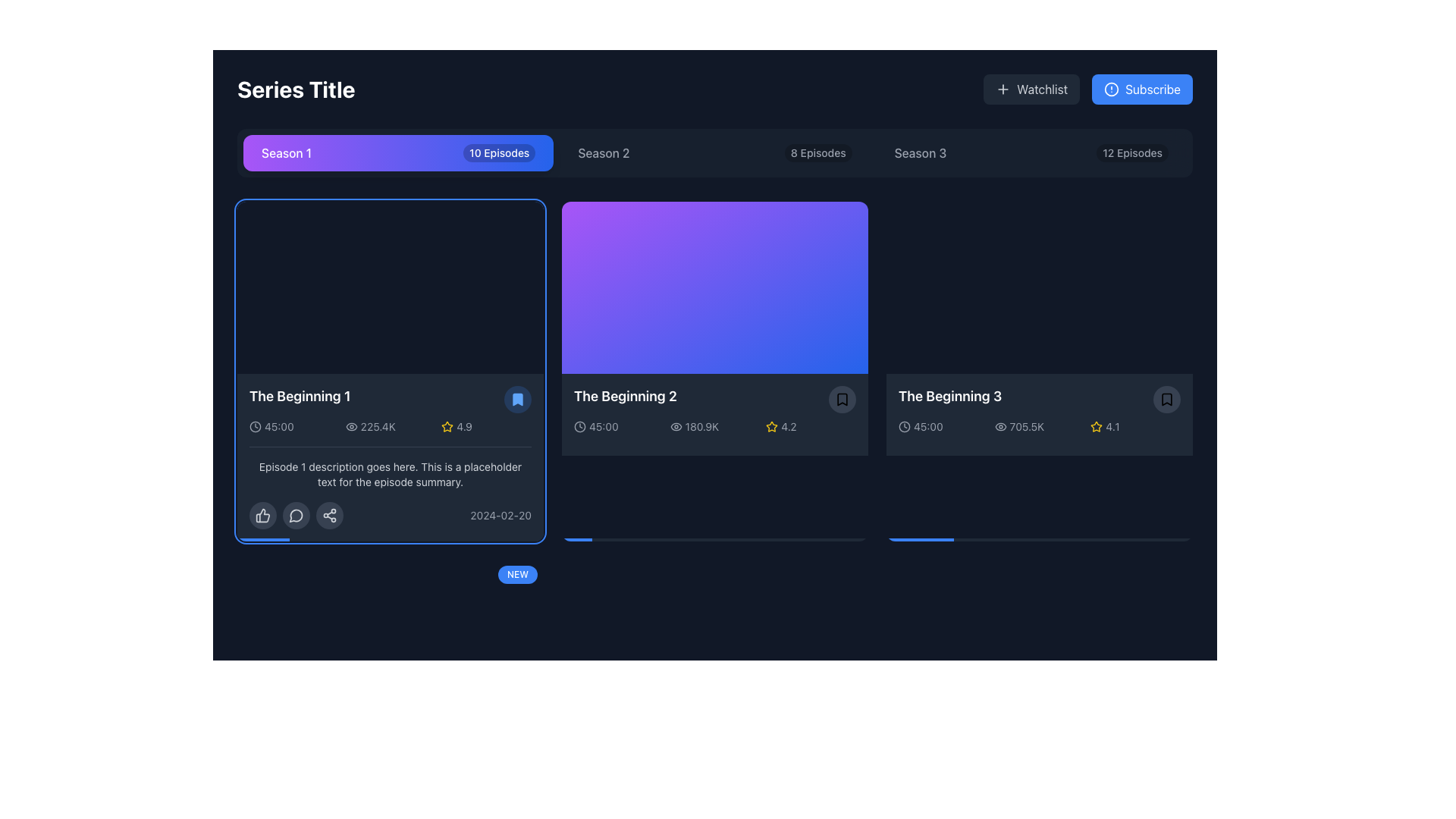  What do you see at coordinates (390, 539) in the screenshot?
I see `the Progress Bar located at the bottom of the card component, which has a dark gray background with a blue progress indicator representing 17% completion` at bounding box center [390, 539].